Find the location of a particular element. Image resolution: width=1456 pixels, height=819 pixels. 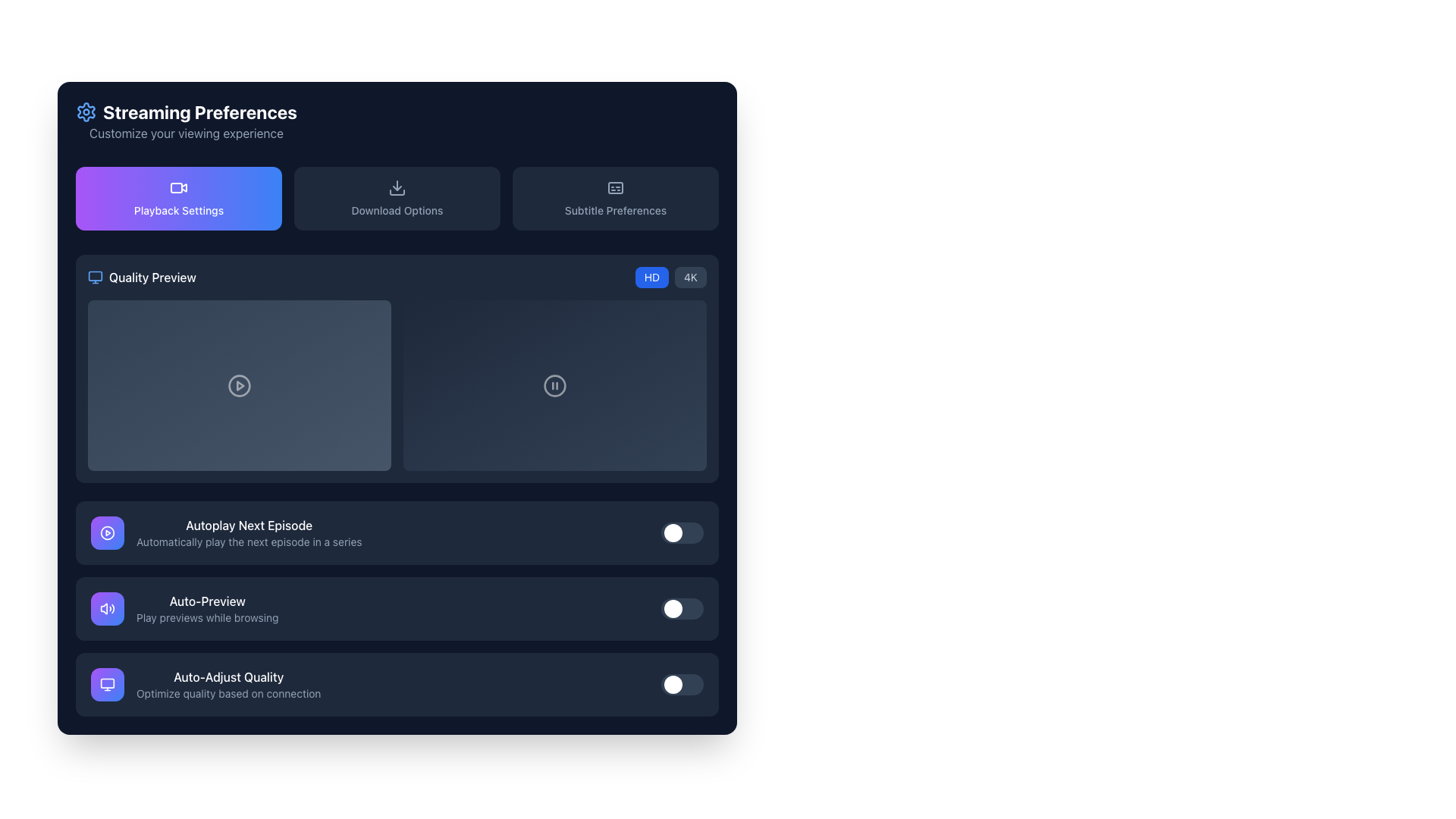

the 'Download Options' button, which is a rectangular button with rounded corners, dark slate blue color, featuring a download icon and the text 'Download Options' in light slate color is located at coordinates (397, 198).